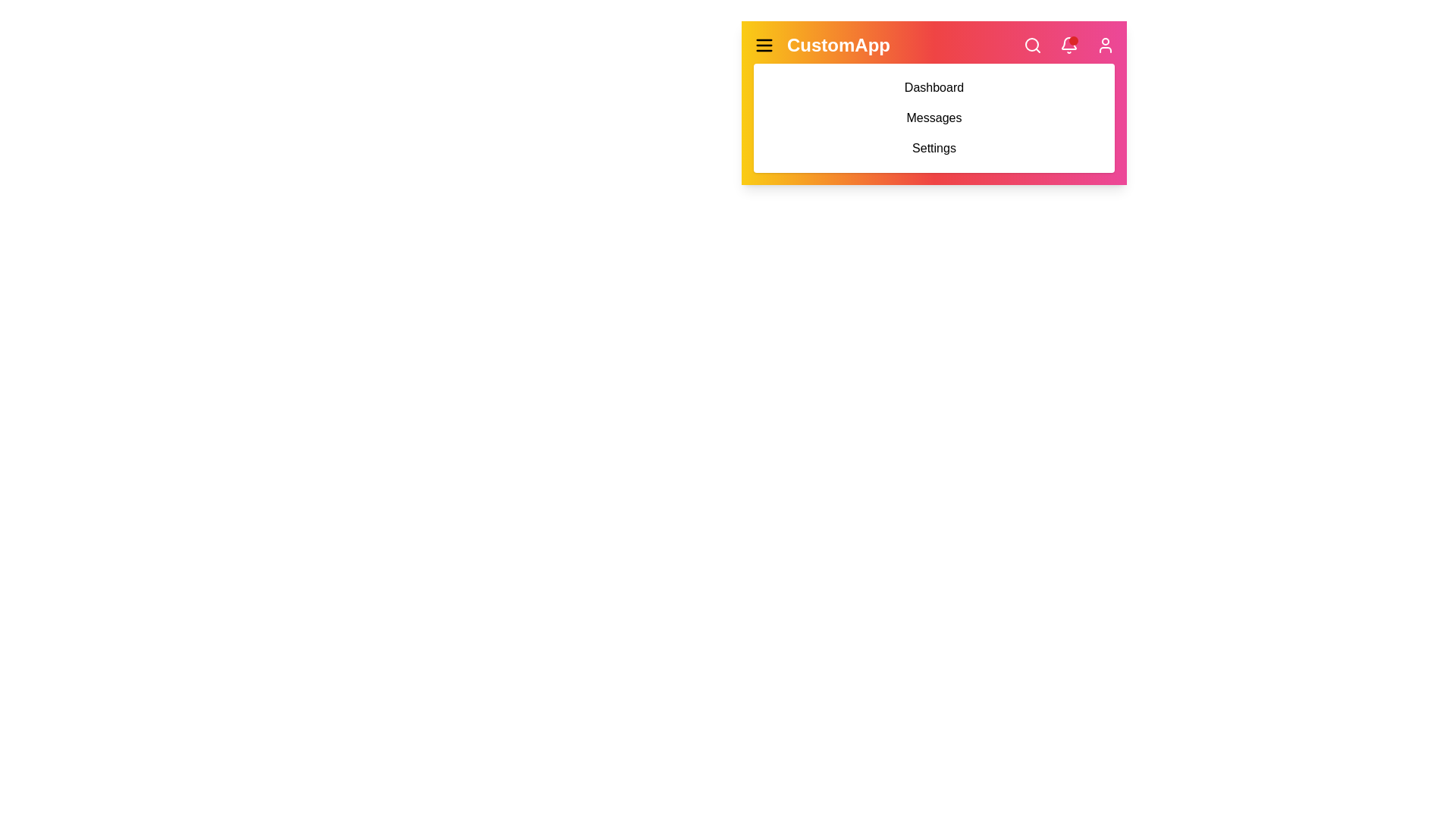 The height and width of the screenshot is (819, 1456). What do you see at coordinates (764, 45) in the screenshot?
I see `the hamburger icon to toggle the menu` at bounding box center [764, 45].